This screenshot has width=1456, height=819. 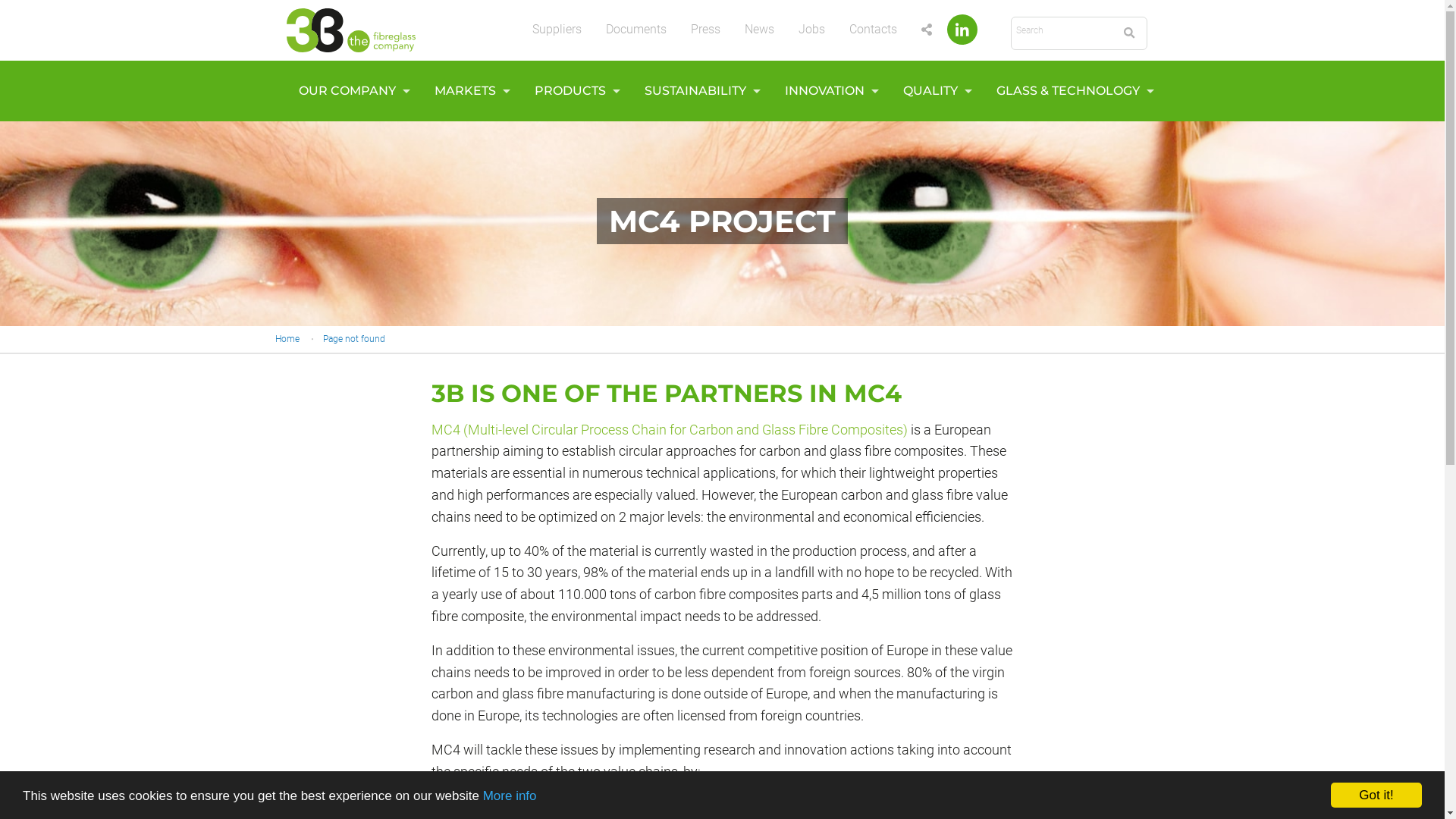 What do you see at coordinates (704, 29) in the screenshot?
I see `'Press'` at bounding box center [704, 29].